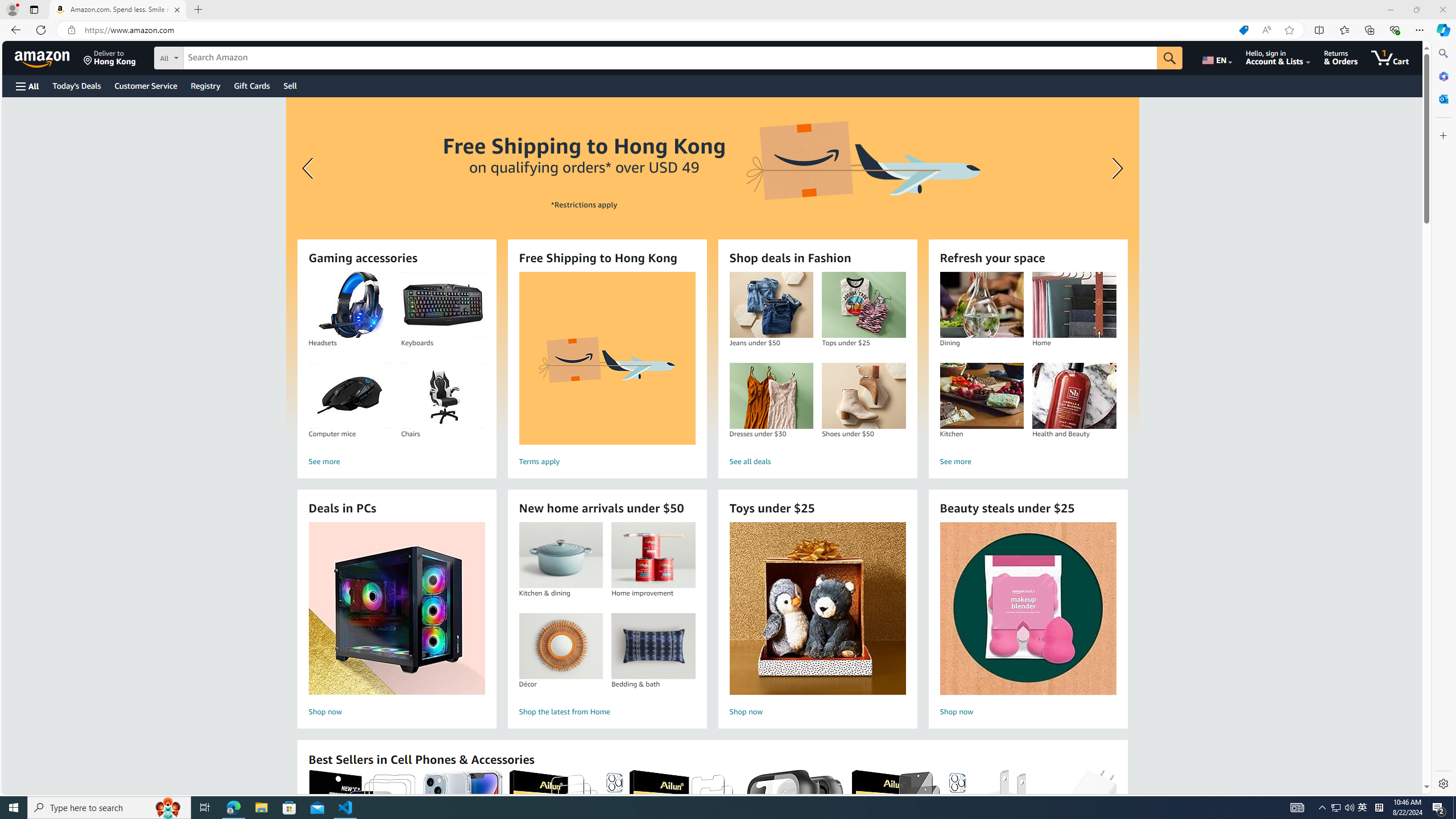  Describe the element at coordinates (560, 555) in the screenshot. I see `'Kitchen & dining'` at that location.